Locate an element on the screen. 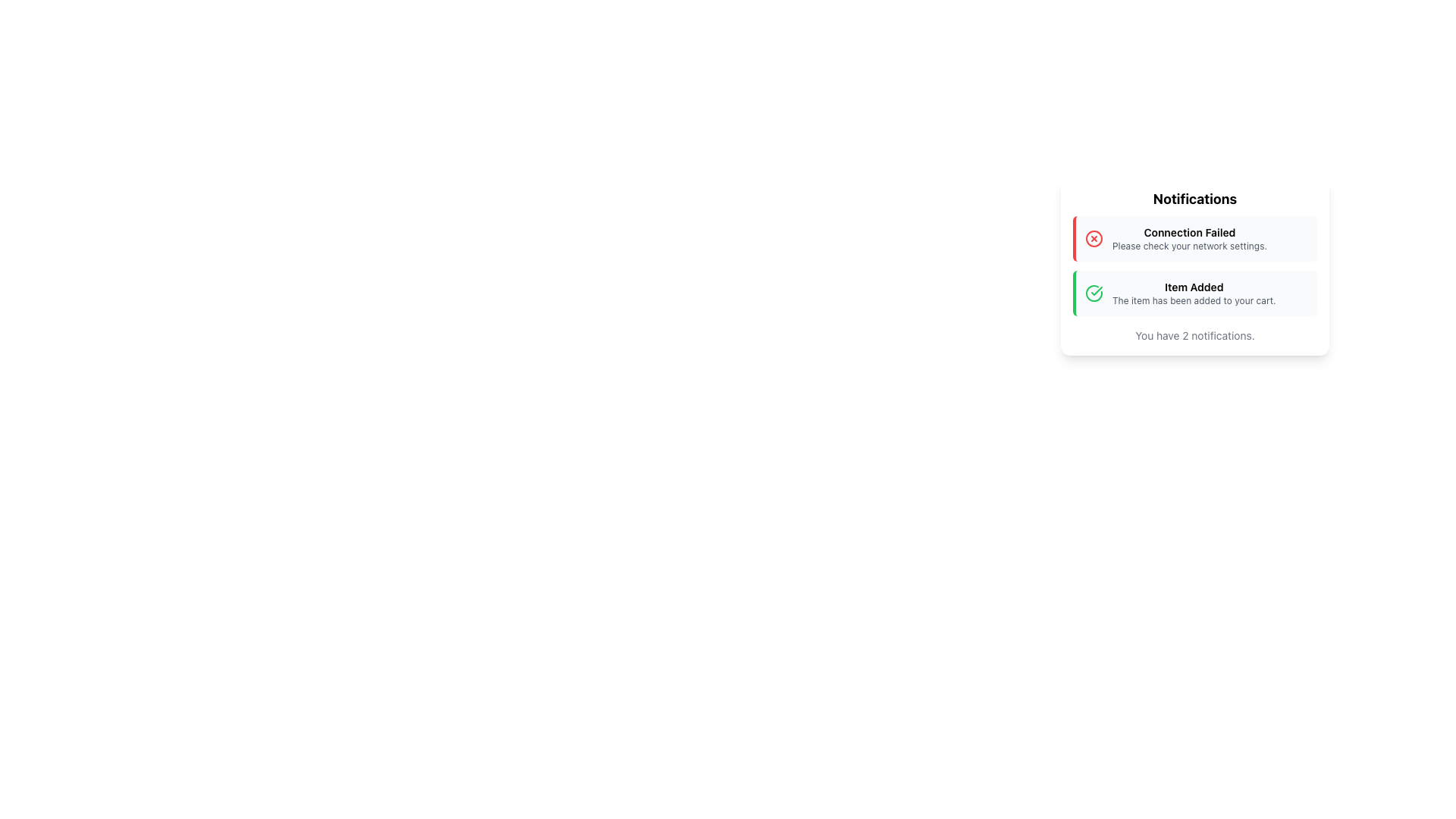 Image resolution: width=1456 pixels, height=819 pixels. the decorative SVG circle element that signifies an error or failed status within the notification icon located in the top-left region of the notification card showing 'Connection Failed' is located at coordinates (1094, 239).